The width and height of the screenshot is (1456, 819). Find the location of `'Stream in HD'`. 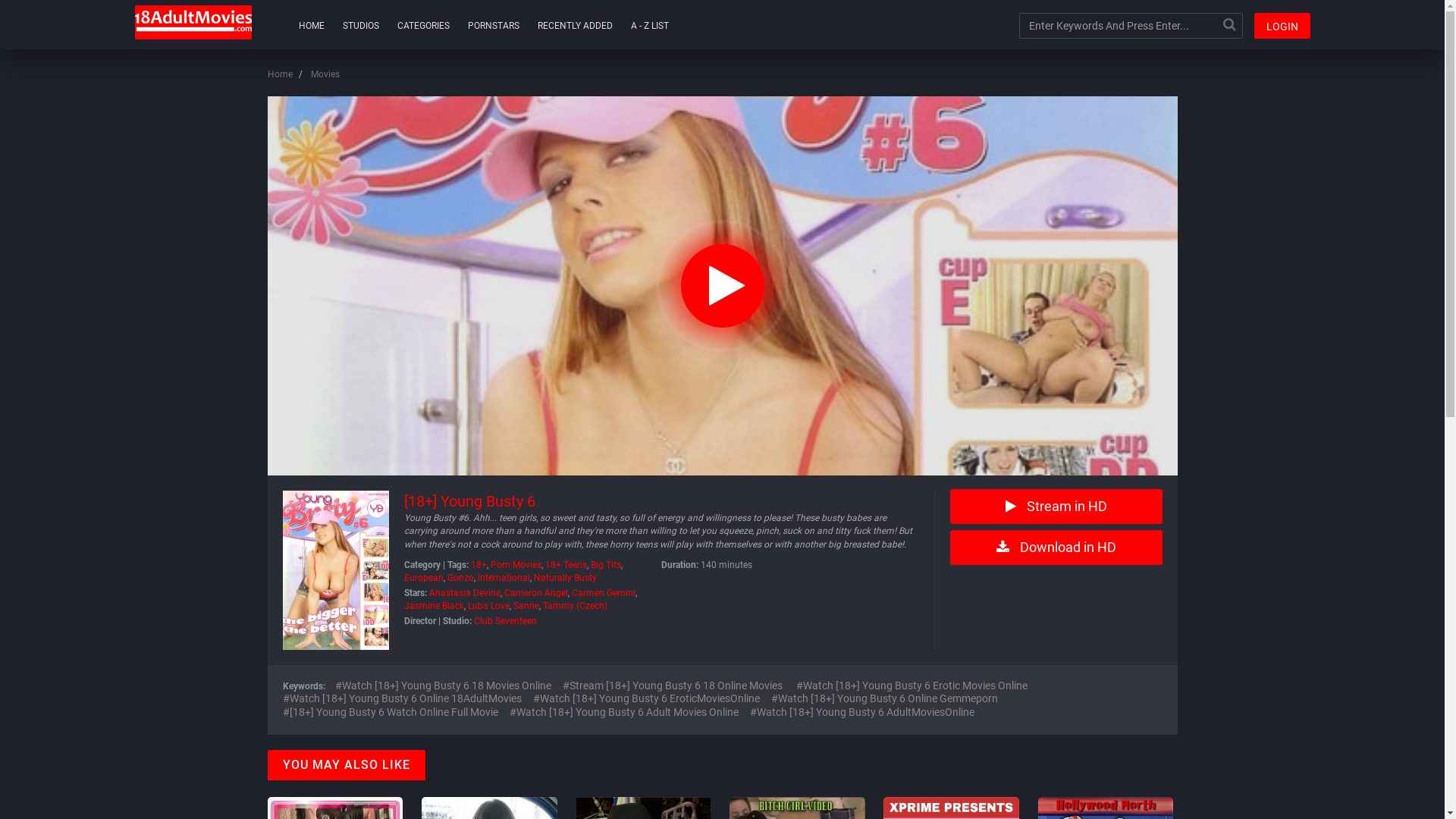

'Stream in HD' is located at coordinates (1055, 506).